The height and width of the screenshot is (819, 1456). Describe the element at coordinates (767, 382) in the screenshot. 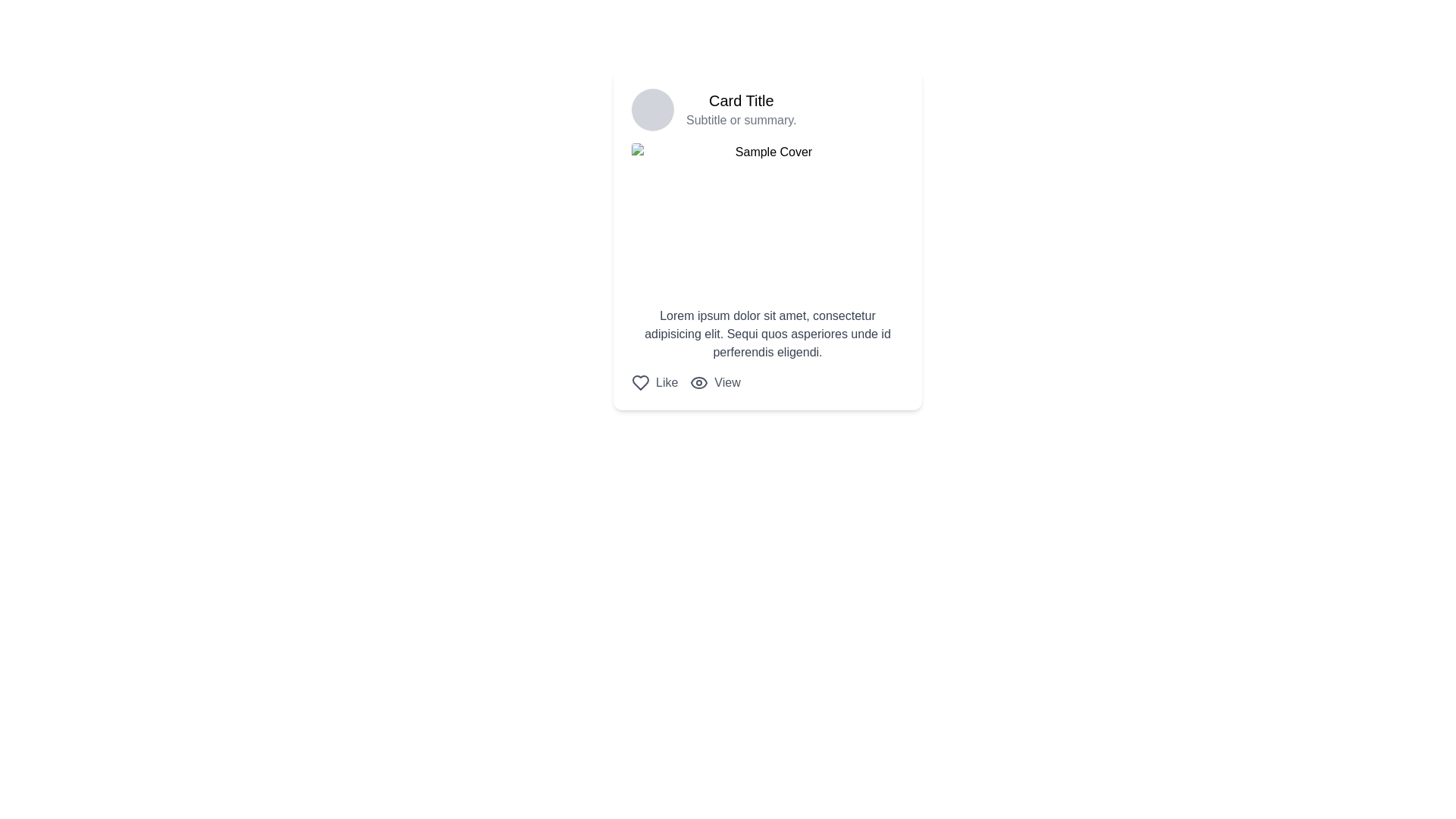

I see `the 'View' button located in the horizontal button group at the bottom of the card layout` at that location.